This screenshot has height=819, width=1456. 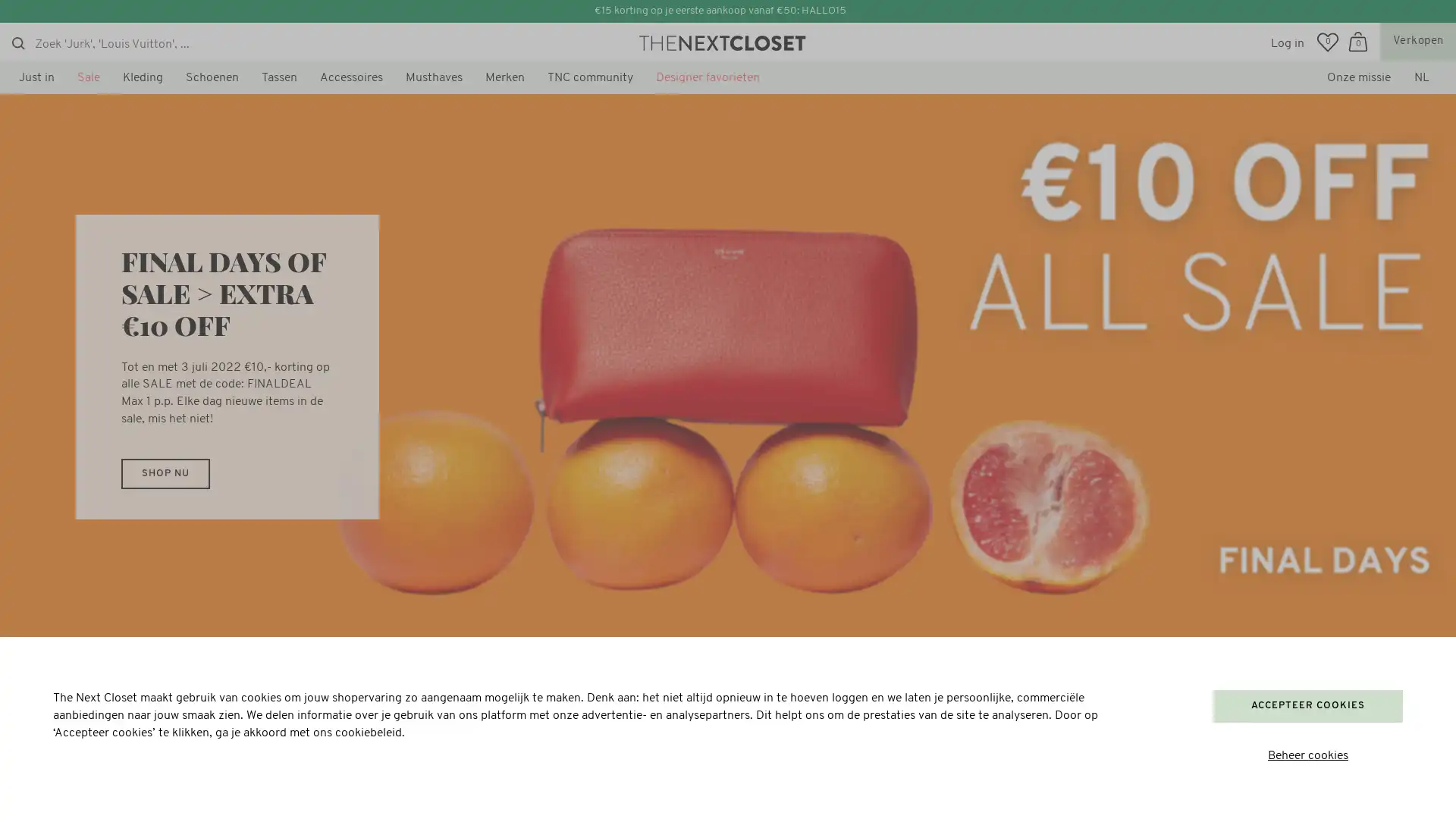 What do you see at coordinates (50, 788) in the screenshot?
I see `Chat` at bounding box center [50, 788].